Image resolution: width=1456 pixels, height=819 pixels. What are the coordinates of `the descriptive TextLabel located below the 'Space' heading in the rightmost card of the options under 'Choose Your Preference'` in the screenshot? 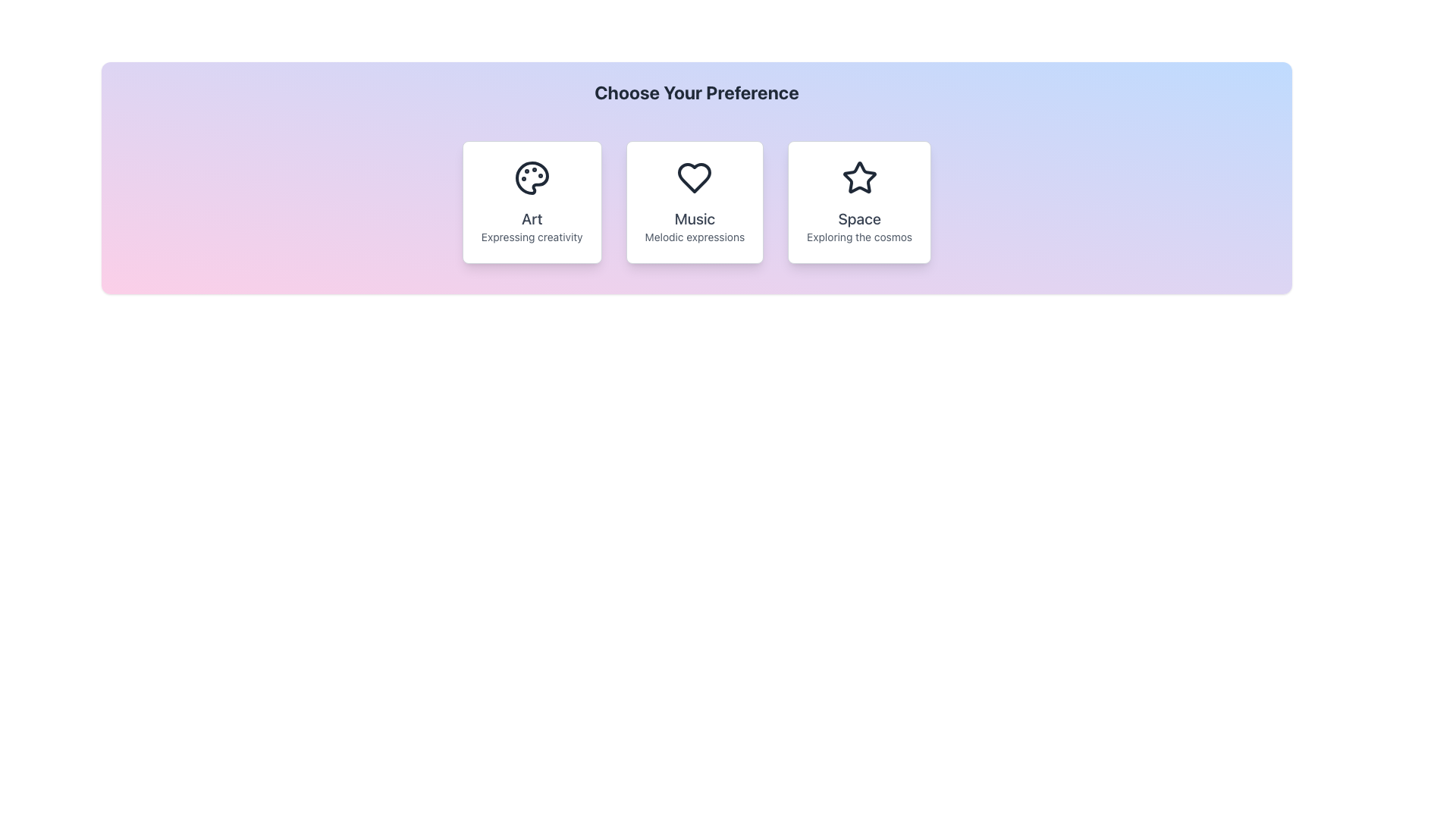 It's located at (859, 237).